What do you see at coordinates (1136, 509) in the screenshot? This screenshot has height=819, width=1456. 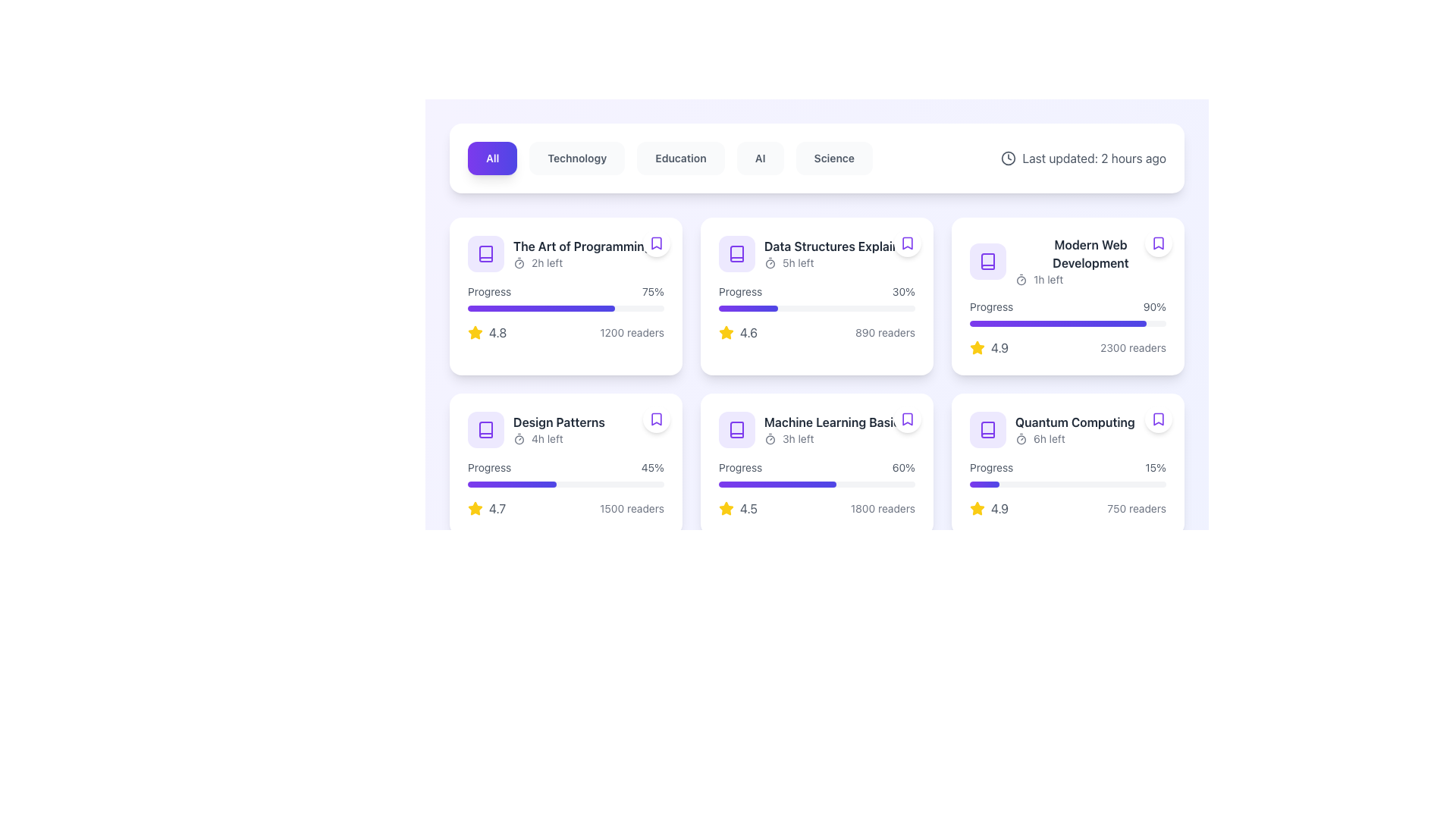 I see `the text label located at the bottom right of the 'Quantum Computing' card, which provides information about the number of readers associated with the entity` at bounding box center [1136, 509].